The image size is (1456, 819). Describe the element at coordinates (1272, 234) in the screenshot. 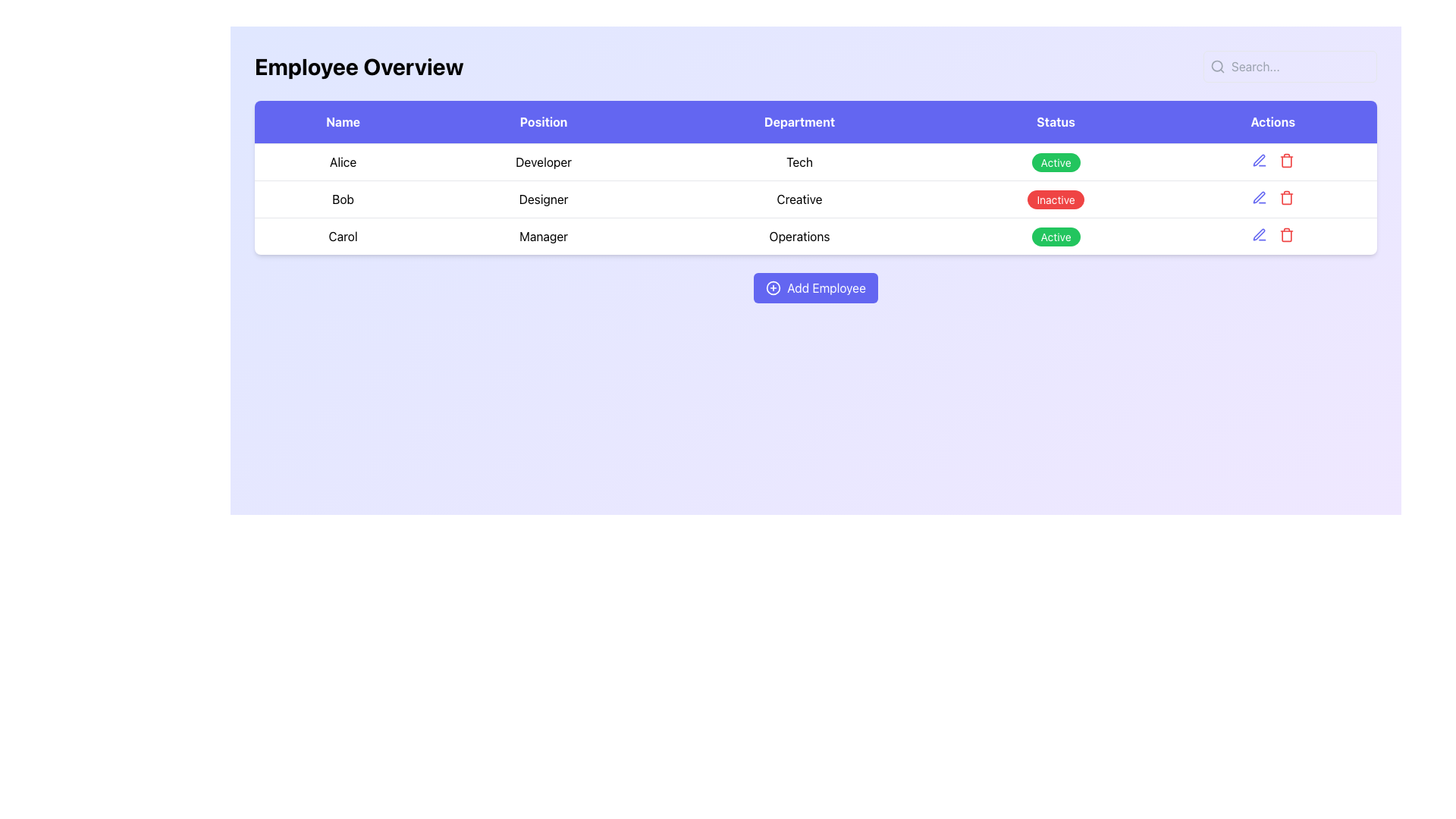

I see `the Toolbar containing interactive icons located in the 'Actions' column of the row for 'Carol, Manager, Operations, Active'` at that location.